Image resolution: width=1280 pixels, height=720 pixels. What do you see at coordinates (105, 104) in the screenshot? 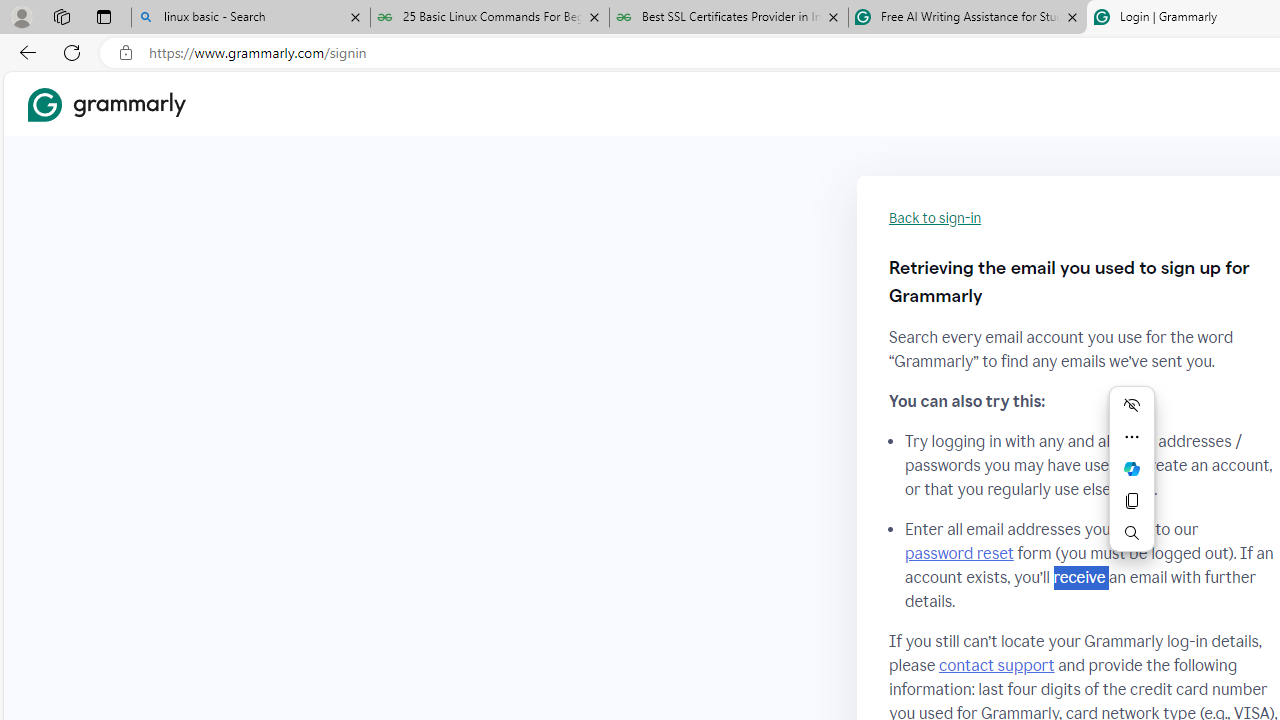
I see `'Grammarly Home'` at bounding box center [105, 104].